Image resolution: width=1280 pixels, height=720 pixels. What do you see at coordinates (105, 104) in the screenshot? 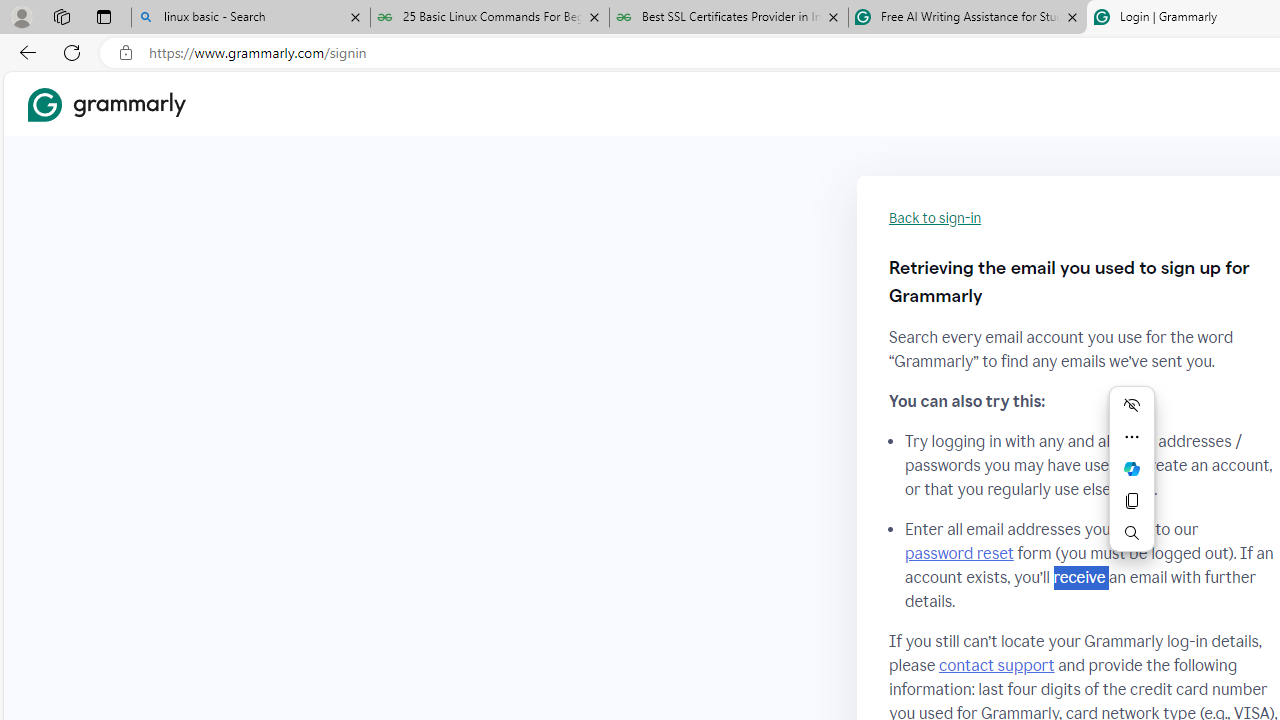
I see `'Grammarly Home'` at bounding box center [105, 104].